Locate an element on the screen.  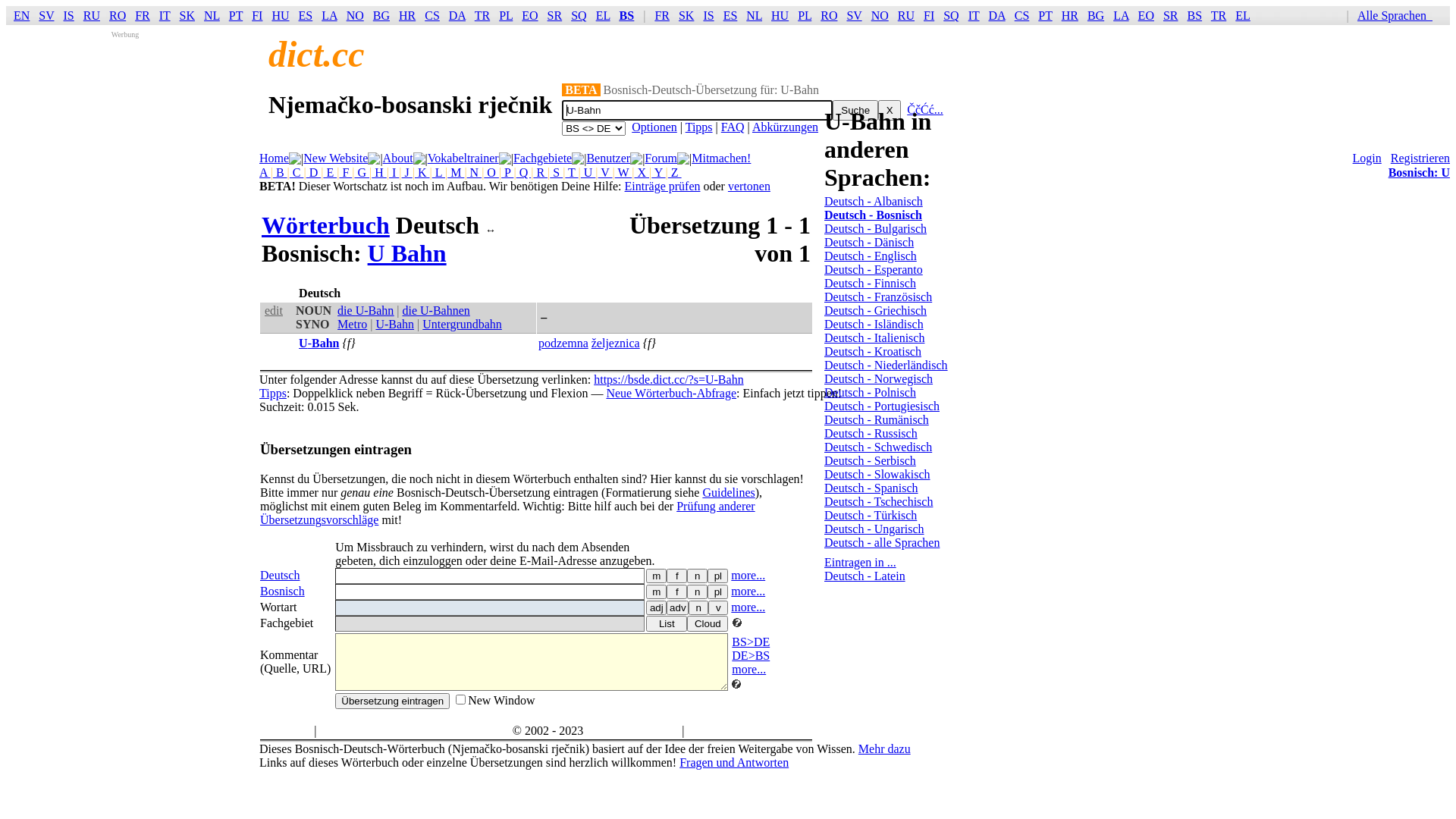
'Deutsch - Serbisch' is located at coordinates (870, 460).